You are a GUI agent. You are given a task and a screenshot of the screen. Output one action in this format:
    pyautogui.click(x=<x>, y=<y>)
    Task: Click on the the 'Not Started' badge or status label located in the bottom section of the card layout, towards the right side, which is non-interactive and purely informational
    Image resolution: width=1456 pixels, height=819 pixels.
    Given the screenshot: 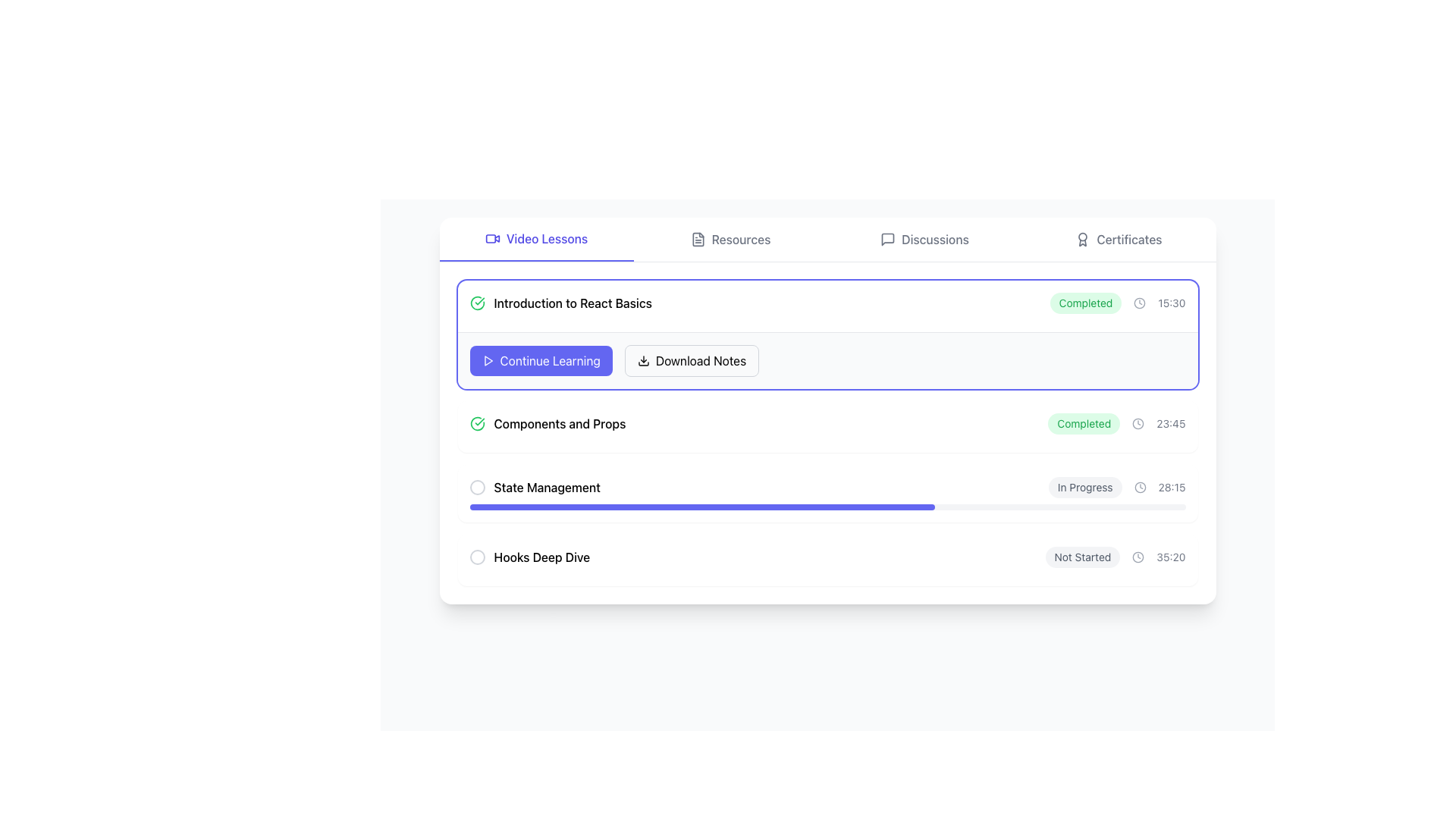 What is the action you would take?
    pyautogui.click(x=1081, y=557)
    